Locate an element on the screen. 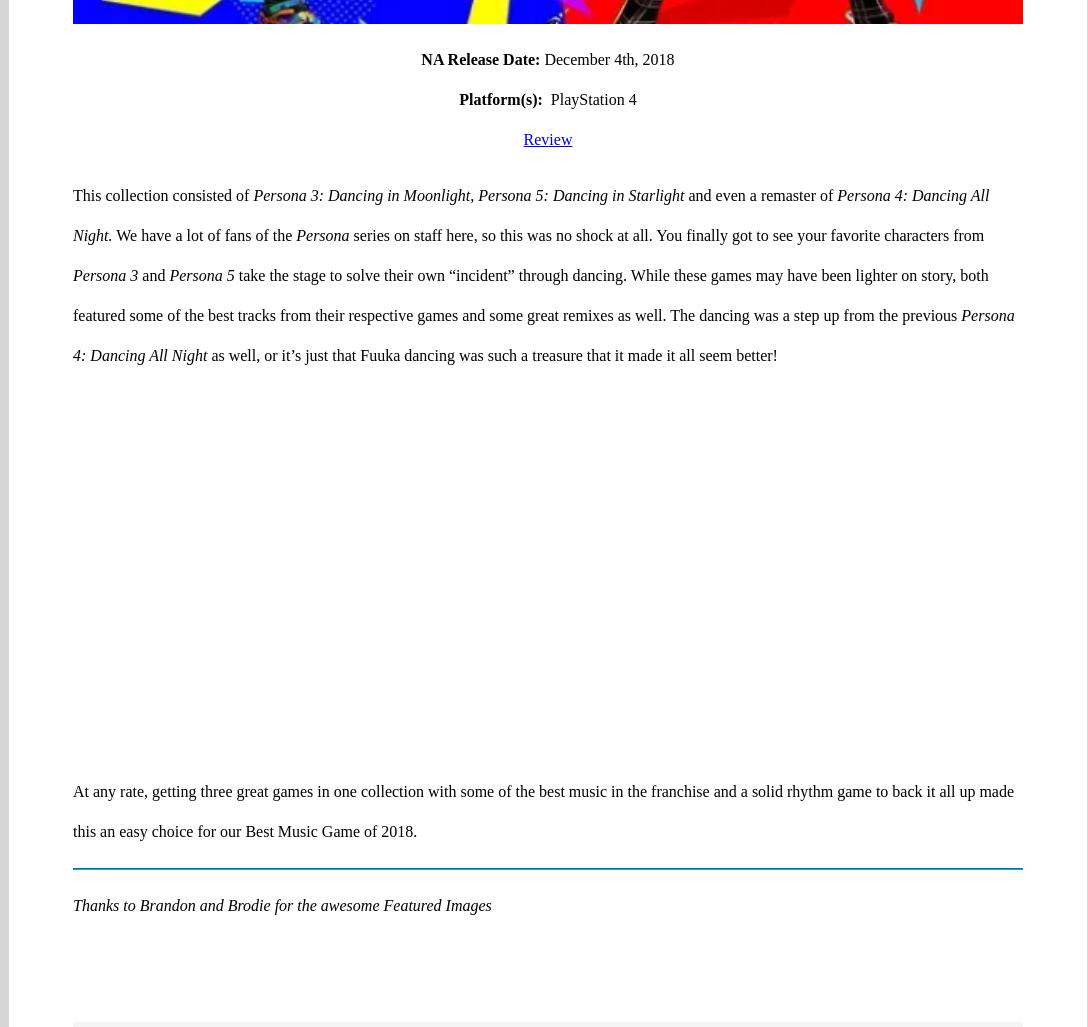  'This collection consisted of' is located at coordinates (73, 117).